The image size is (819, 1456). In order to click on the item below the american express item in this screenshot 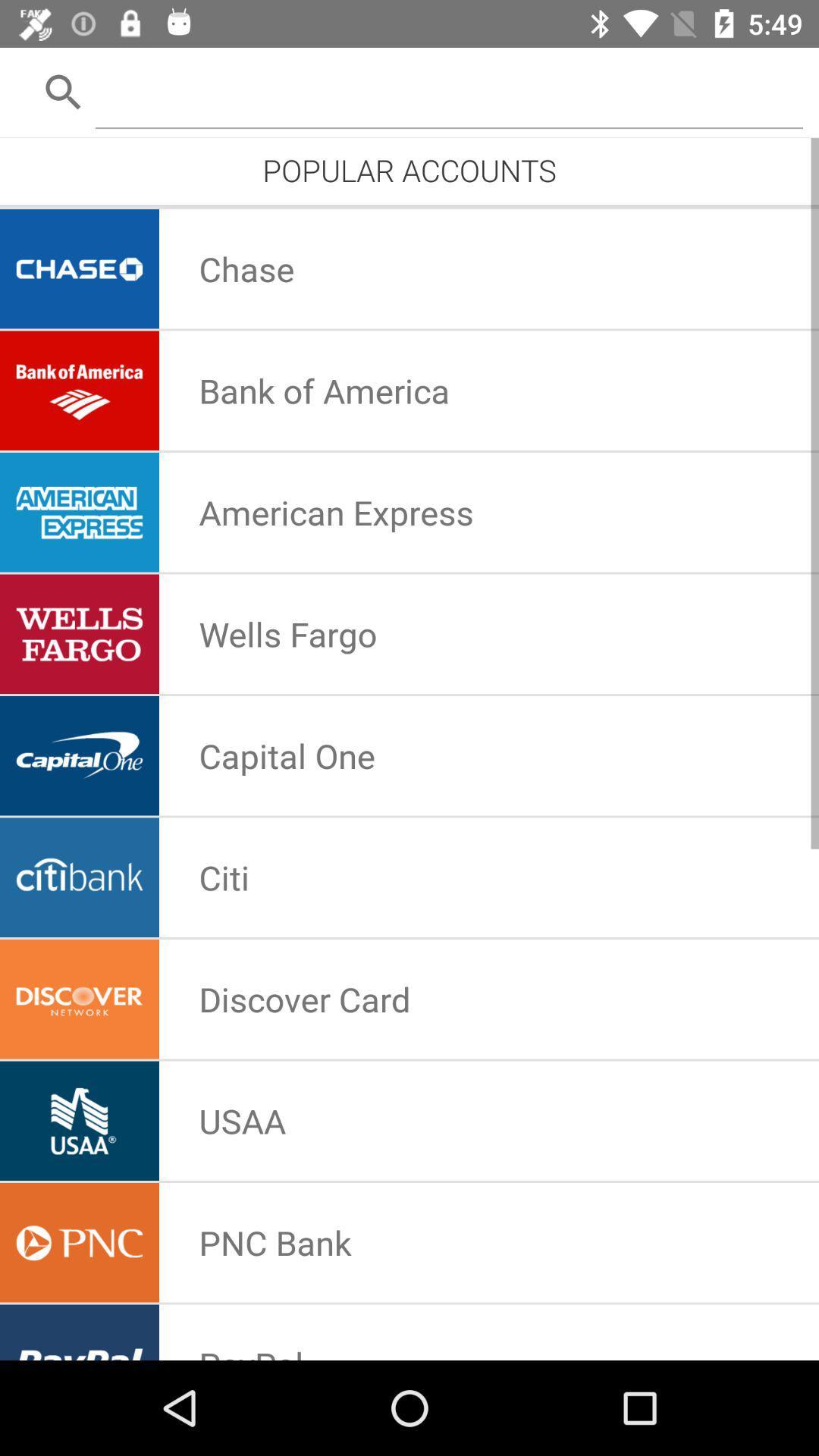, I will do `click(287, 634)`.